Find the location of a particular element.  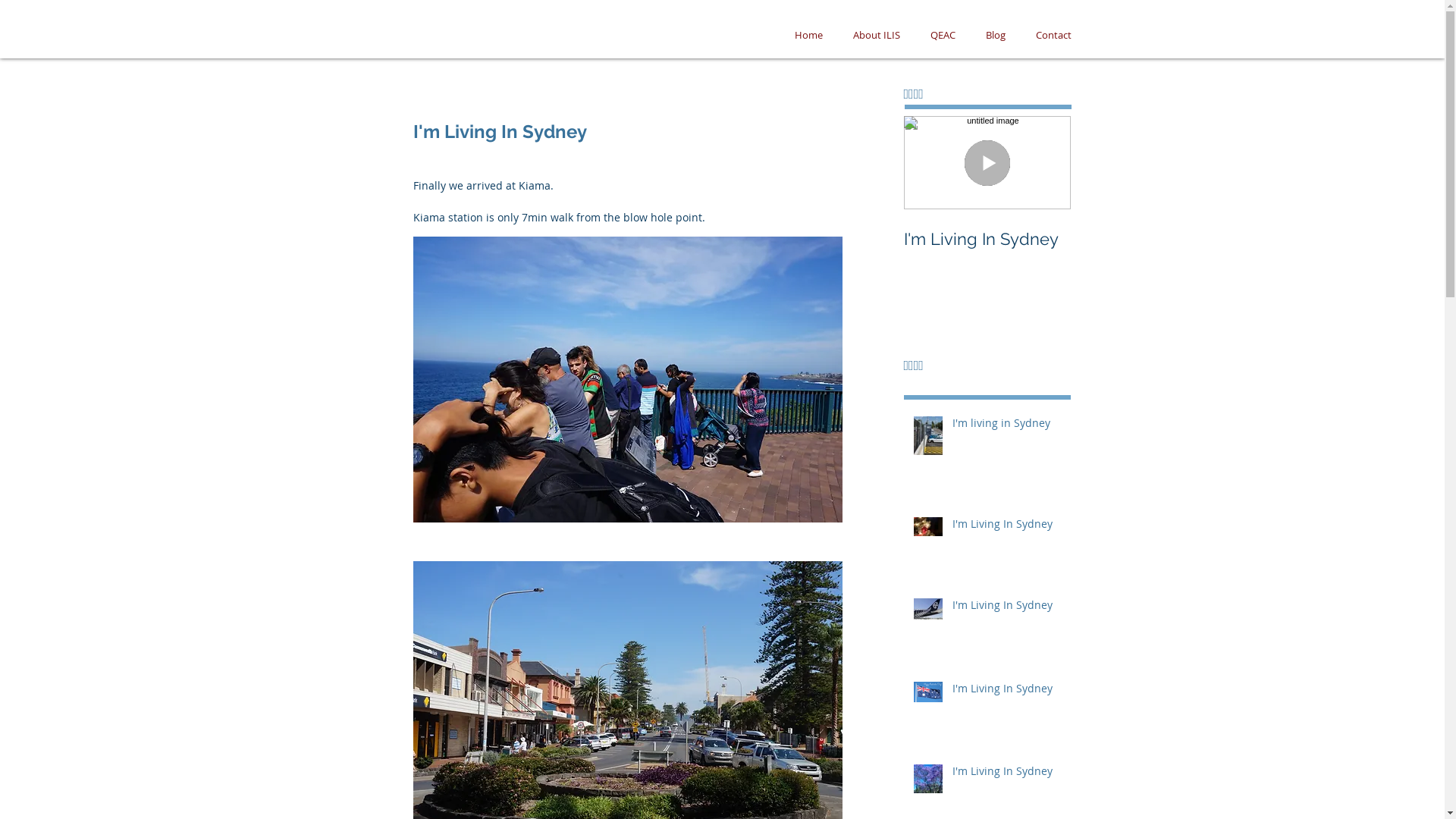

'About ILIS' is located at coordinates (876, 34).